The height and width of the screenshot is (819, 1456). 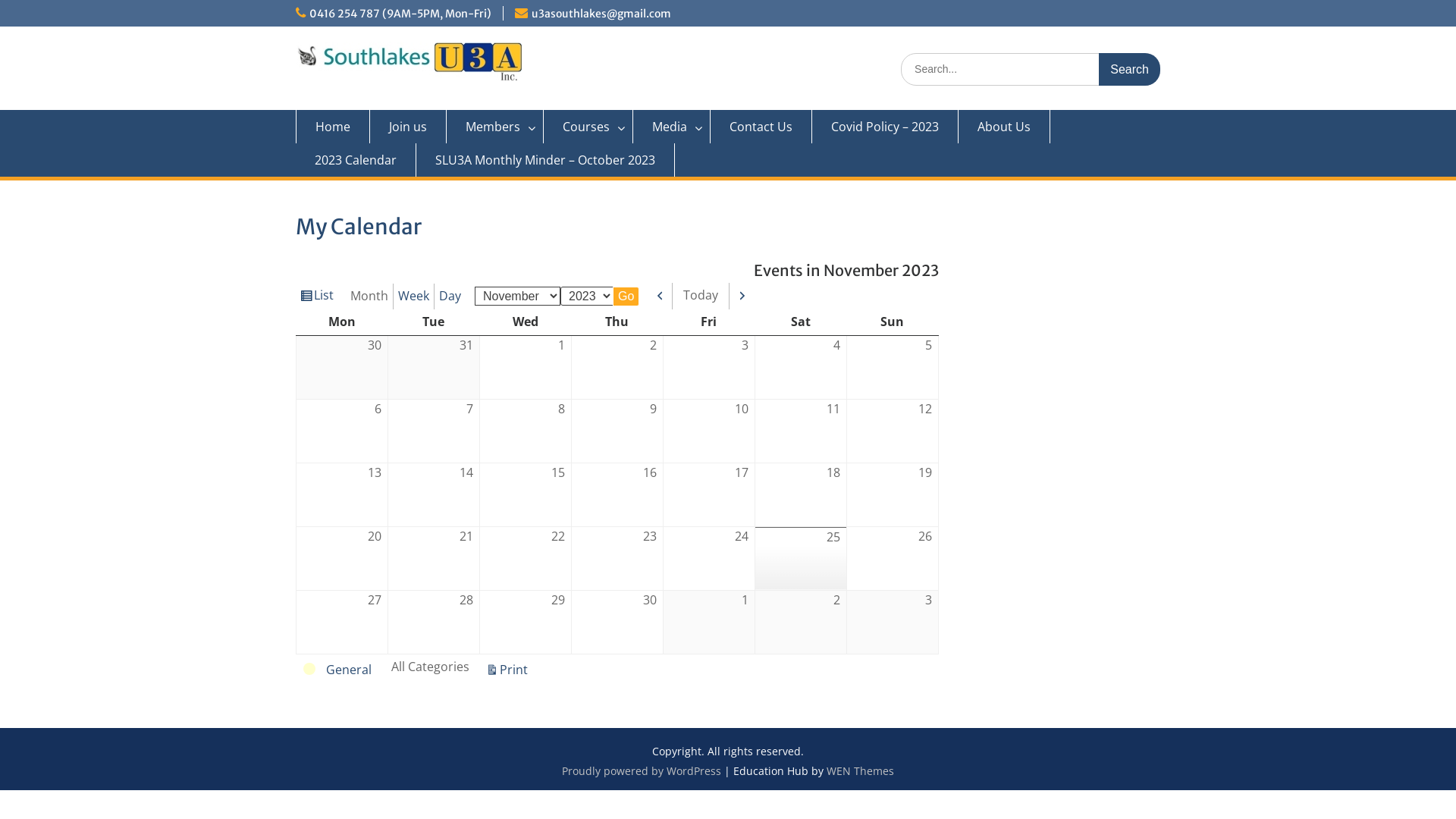 What do you see at coordinates (355, 160) in the screenshot?
I see `'2023 Calendar'` at bounding box center [355, 160].